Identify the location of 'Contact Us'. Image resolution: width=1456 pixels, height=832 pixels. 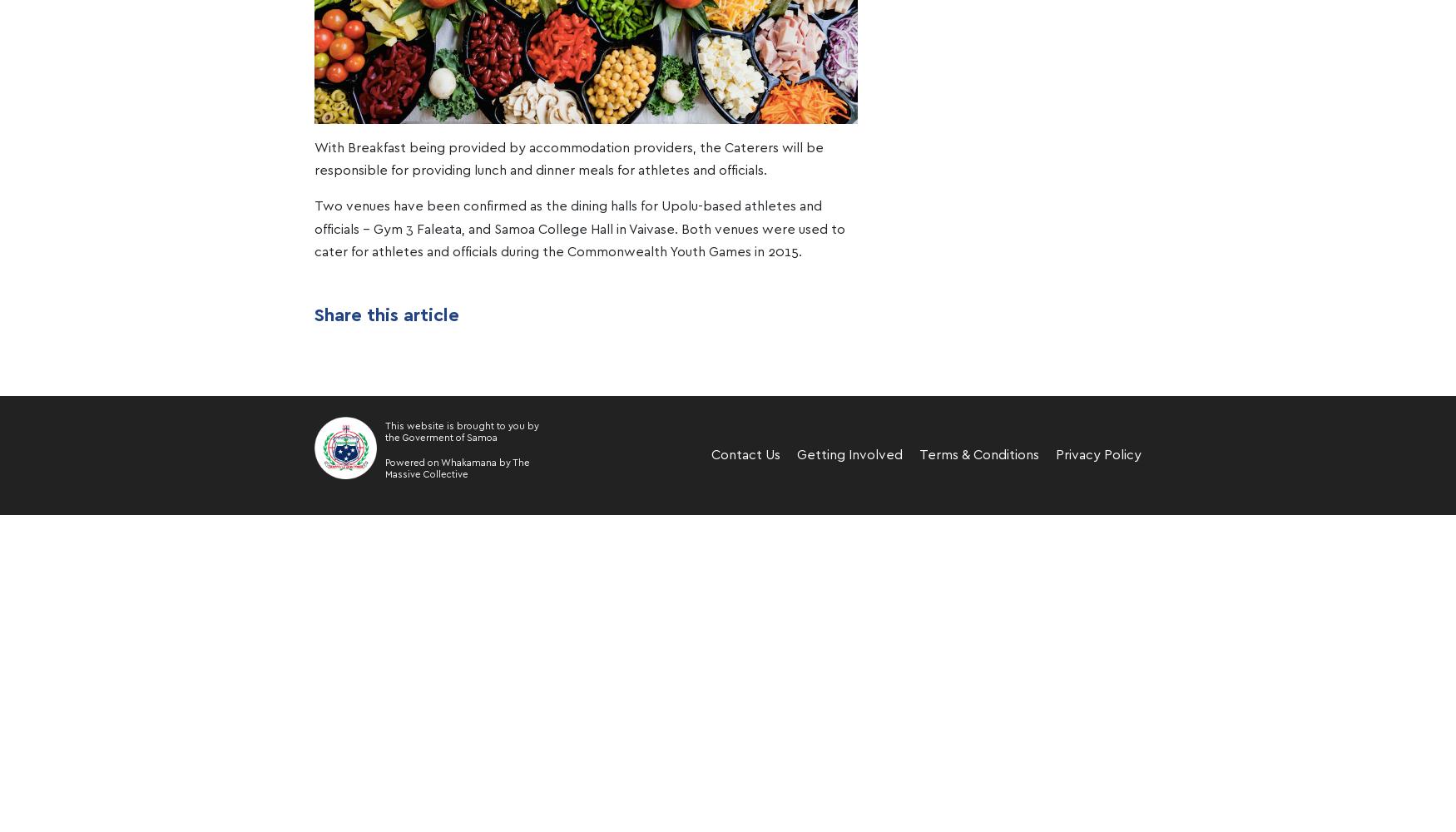
(744, 455).